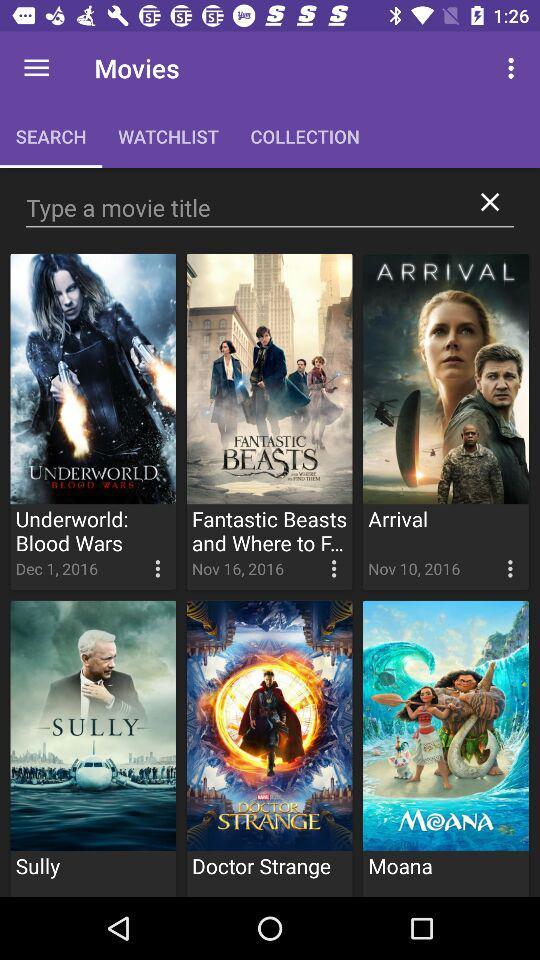  I want to click on the close icon, so click(489, 202).